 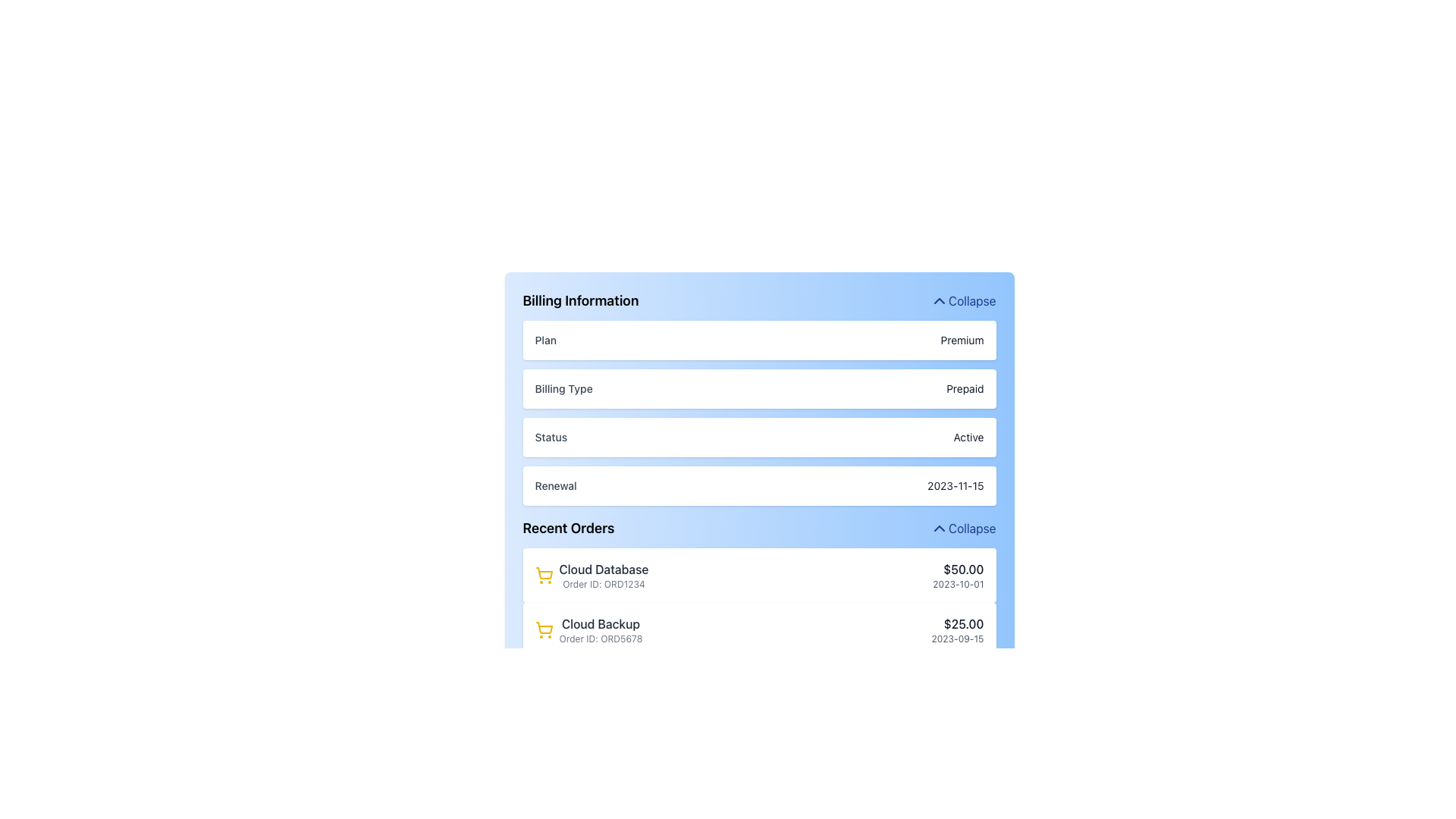 What do you see at coordinates (938, 528) in the screenshot?
I see `the icon button located in the top-right corner of the 'Collapse' text in the 'Recent Orders' section` at bounding box center [938, 528].